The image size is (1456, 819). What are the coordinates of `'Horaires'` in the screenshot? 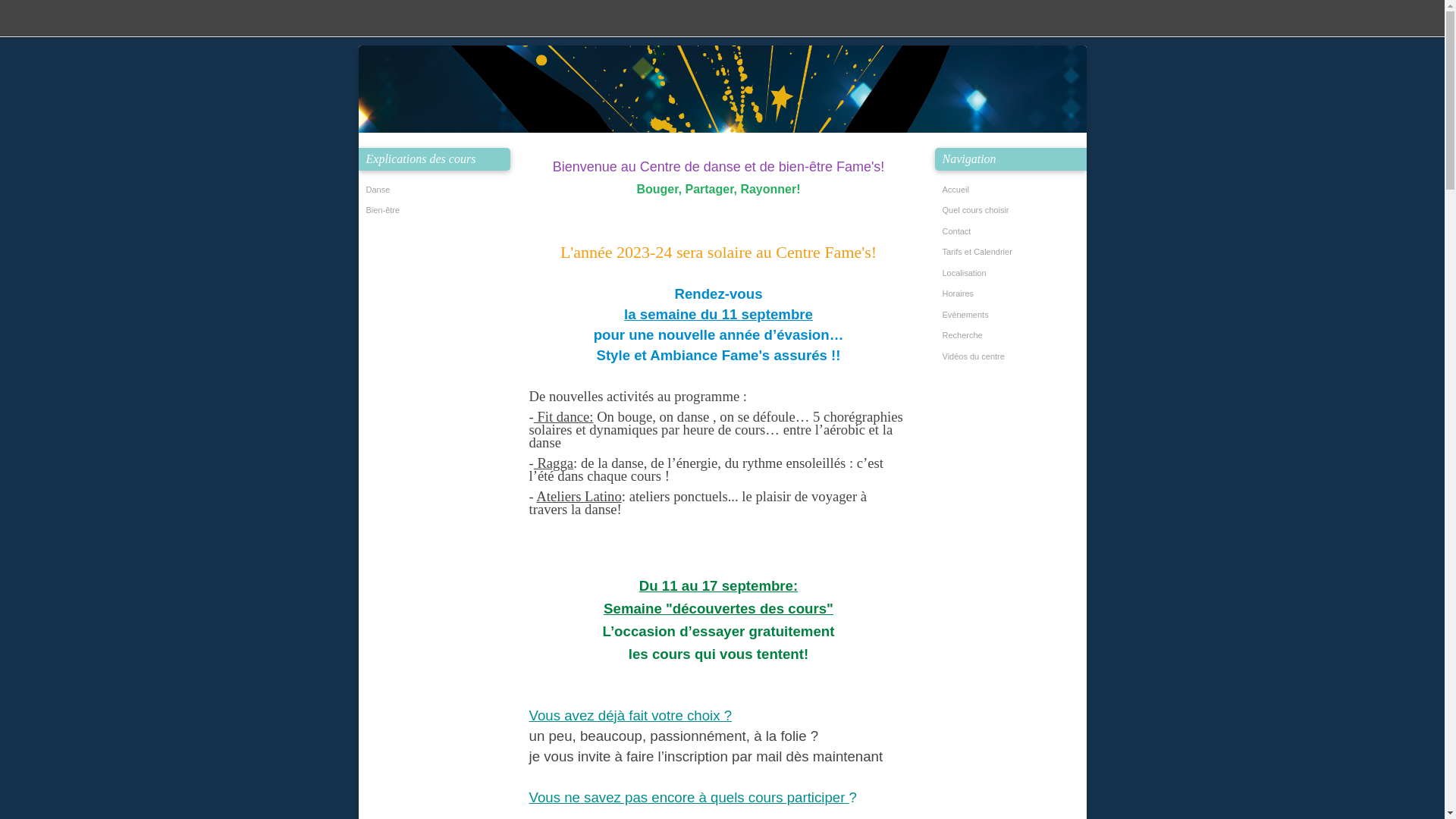 It's located at (1012, 294).